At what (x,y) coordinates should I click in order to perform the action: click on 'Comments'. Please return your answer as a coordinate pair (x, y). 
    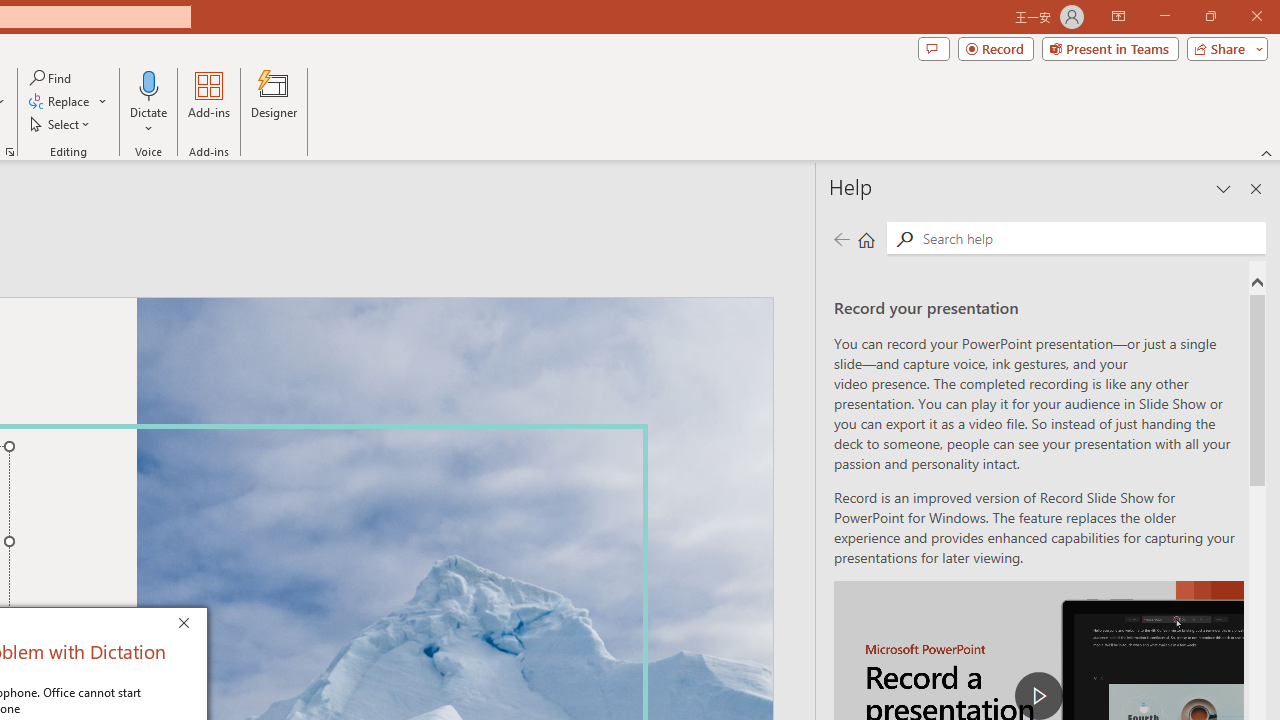
    Looking at the image, I should click on (932, 47).